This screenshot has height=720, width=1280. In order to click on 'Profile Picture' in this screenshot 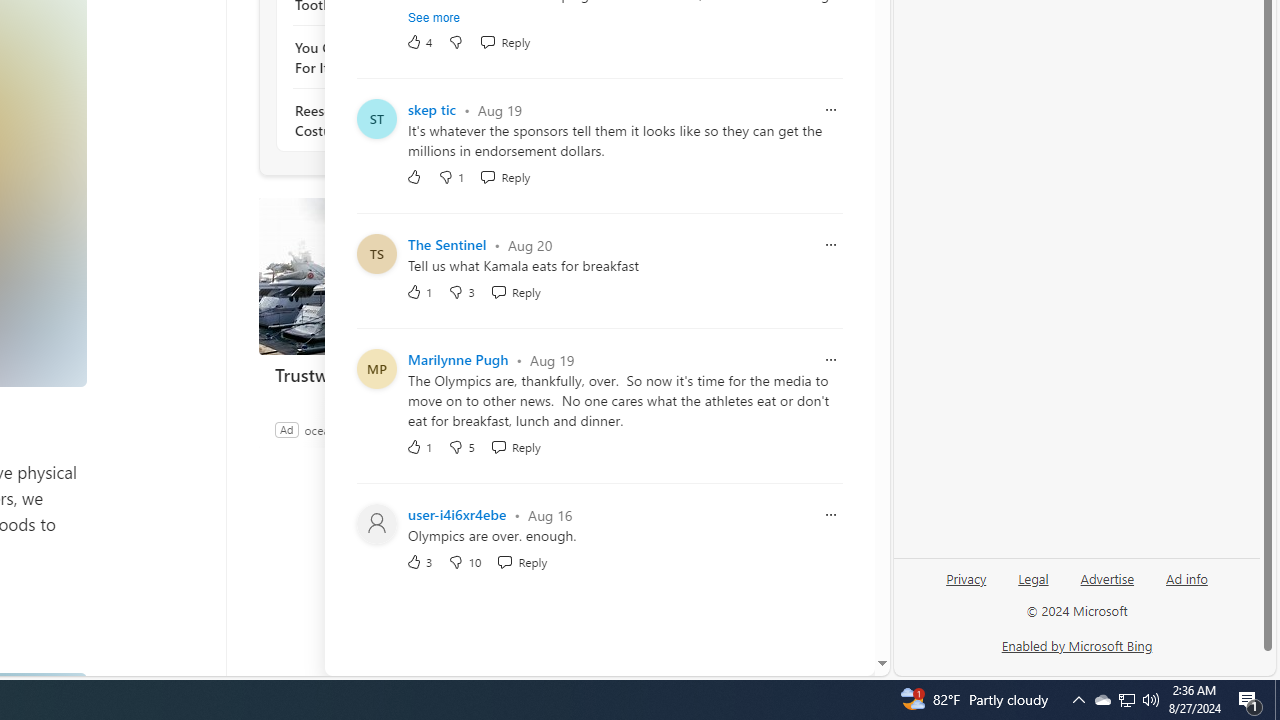, I will do `click(376, 523)`.